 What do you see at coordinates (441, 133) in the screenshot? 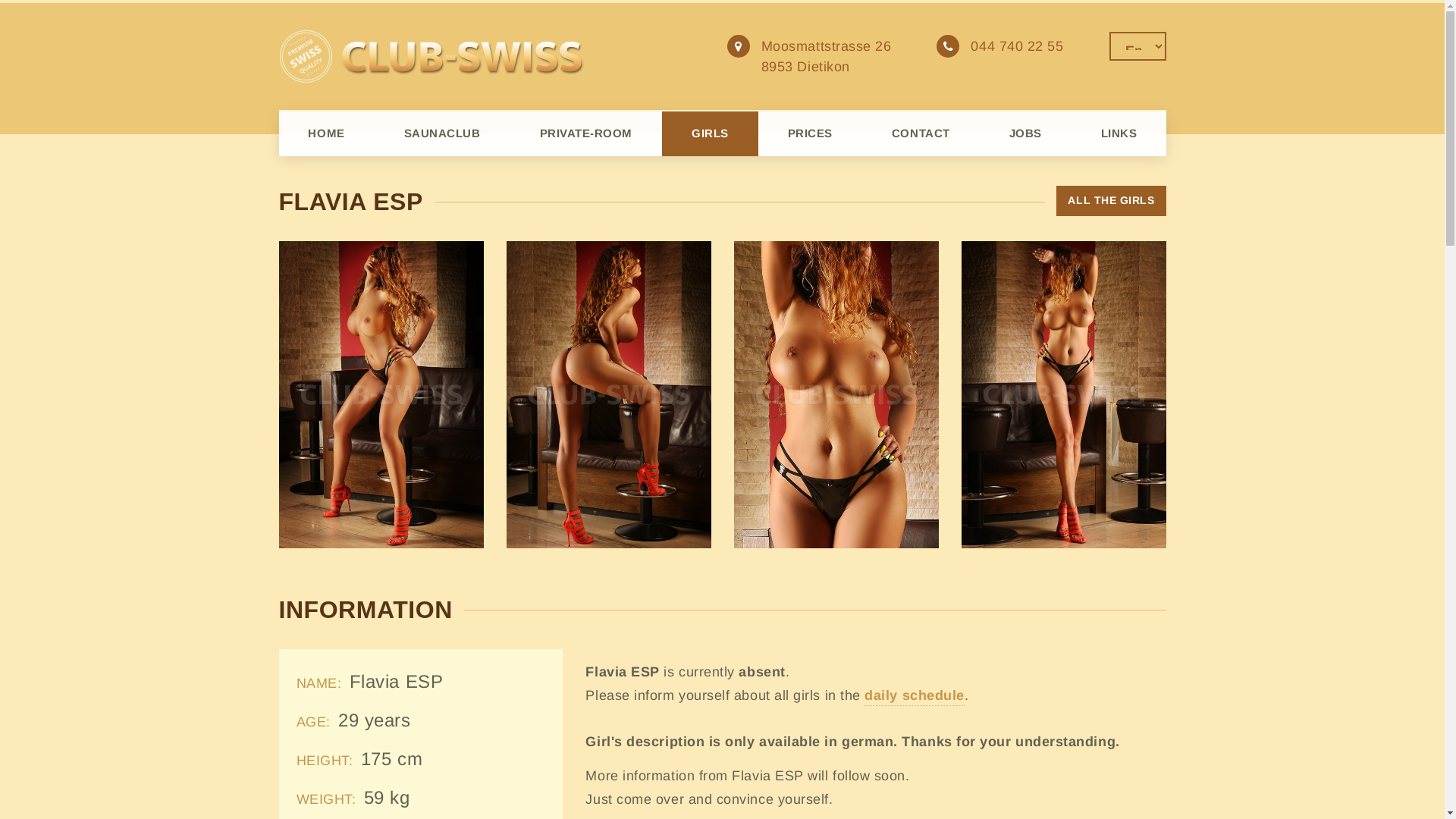
I see `'SAUNACLUB'` at bounding box center [441, 133].